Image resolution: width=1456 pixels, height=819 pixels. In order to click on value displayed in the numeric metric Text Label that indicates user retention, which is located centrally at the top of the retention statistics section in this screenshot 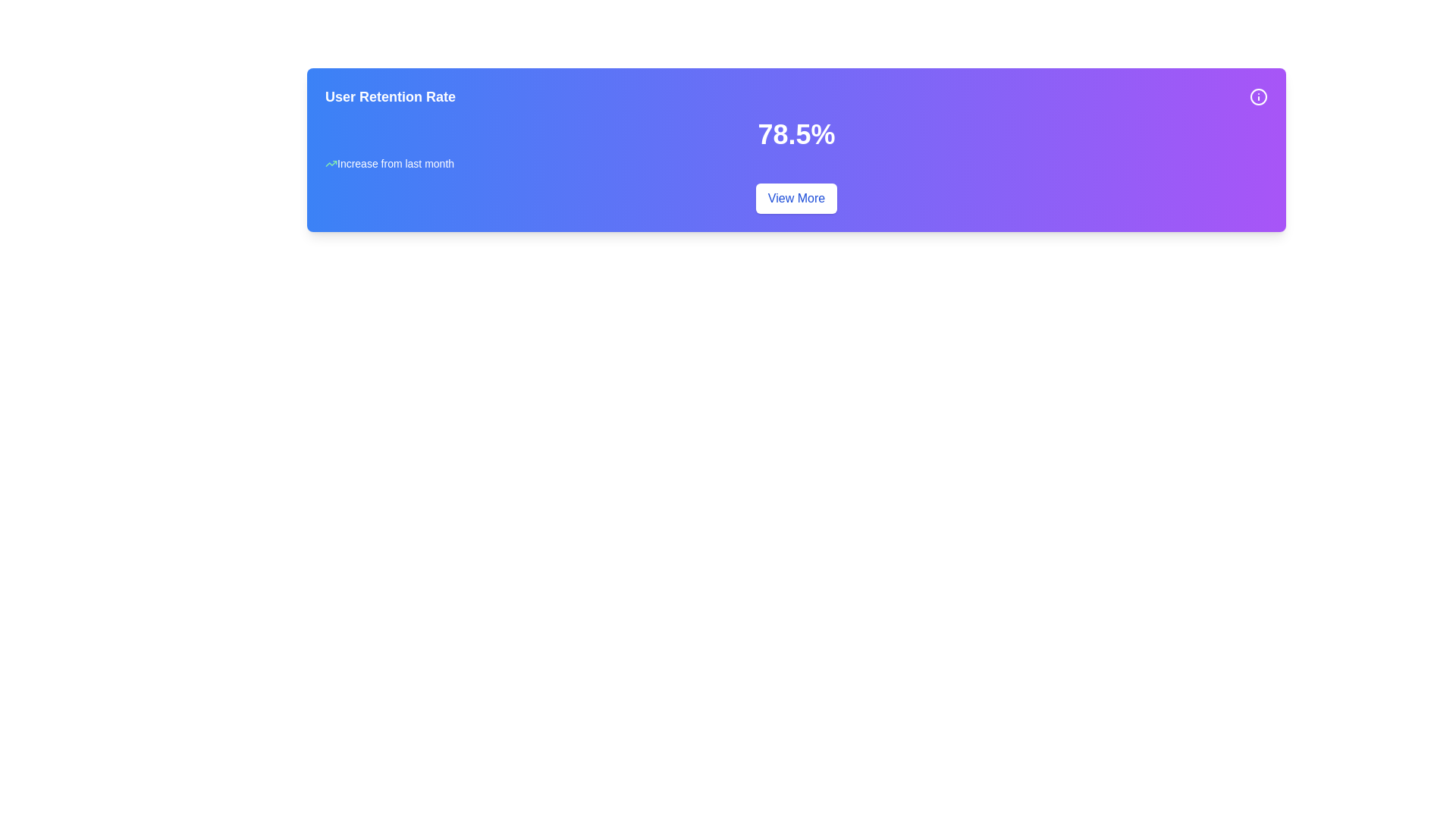, I will do `click(795, 133)`.